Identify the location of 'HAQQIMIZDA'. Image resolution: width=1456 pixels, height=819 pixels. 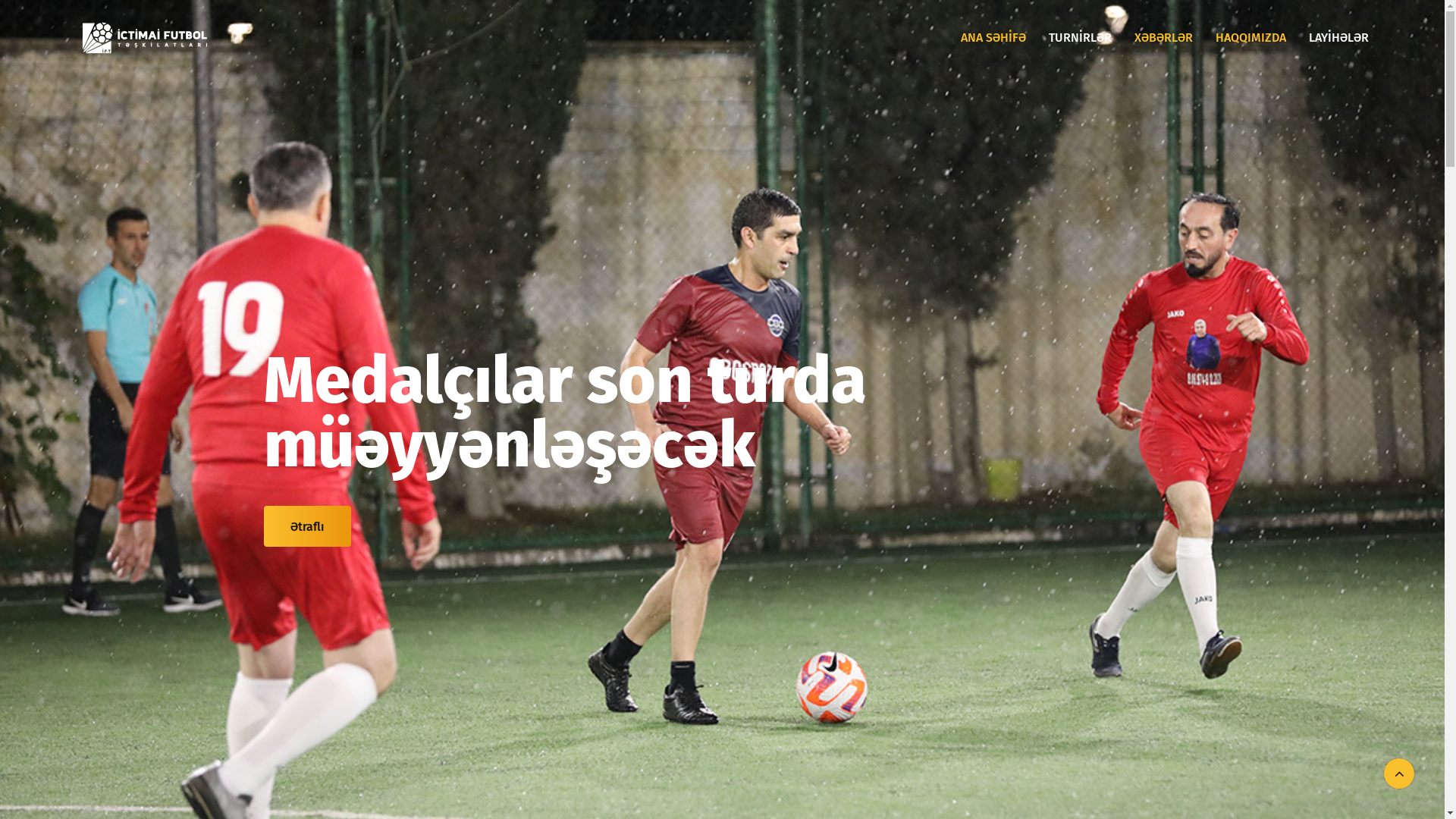
(1250, 37).